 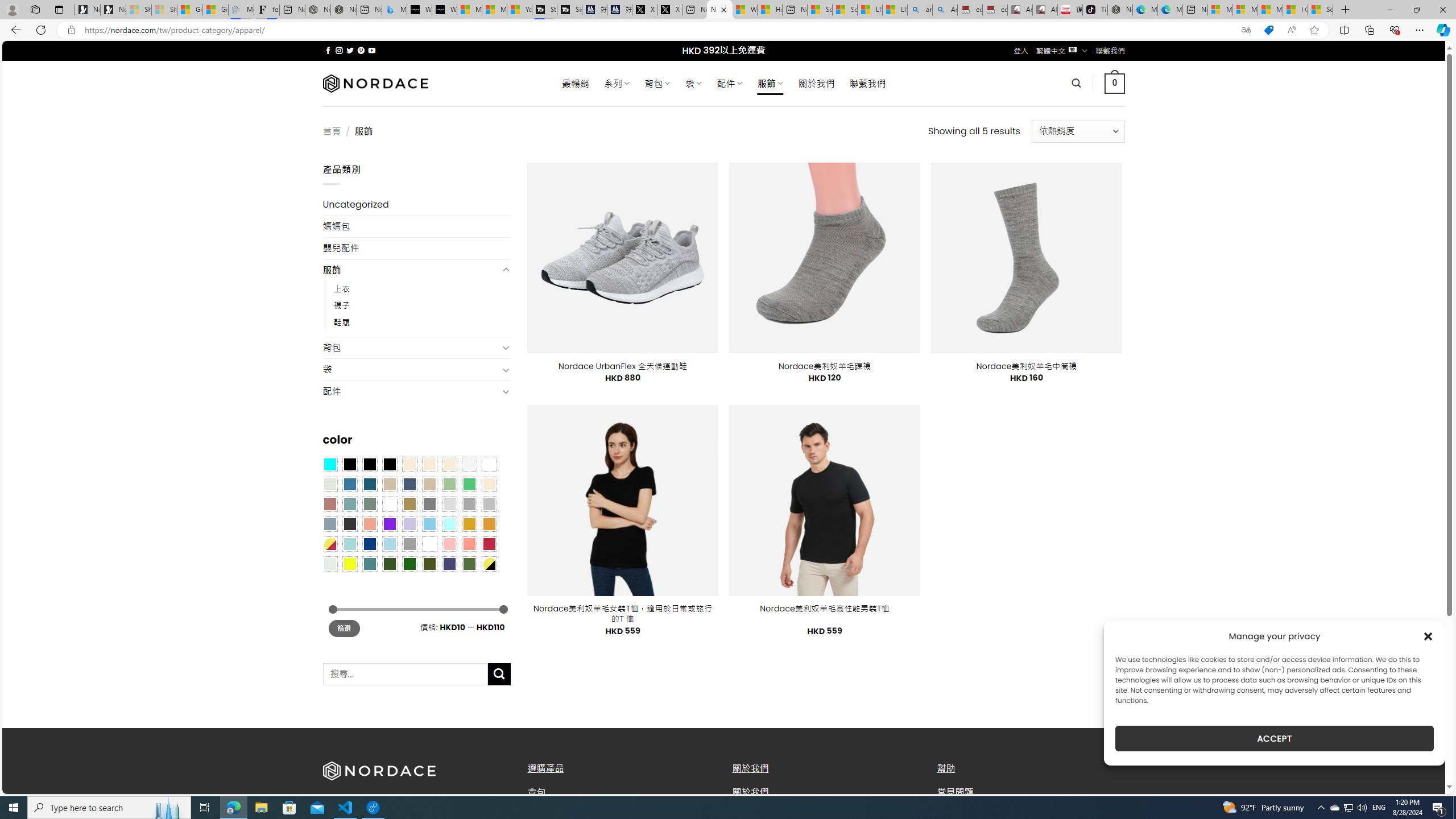 What do you see at coordinates (449, 464) in the screenshot?
I see `'Cream'` at bounding box center [449, 464].